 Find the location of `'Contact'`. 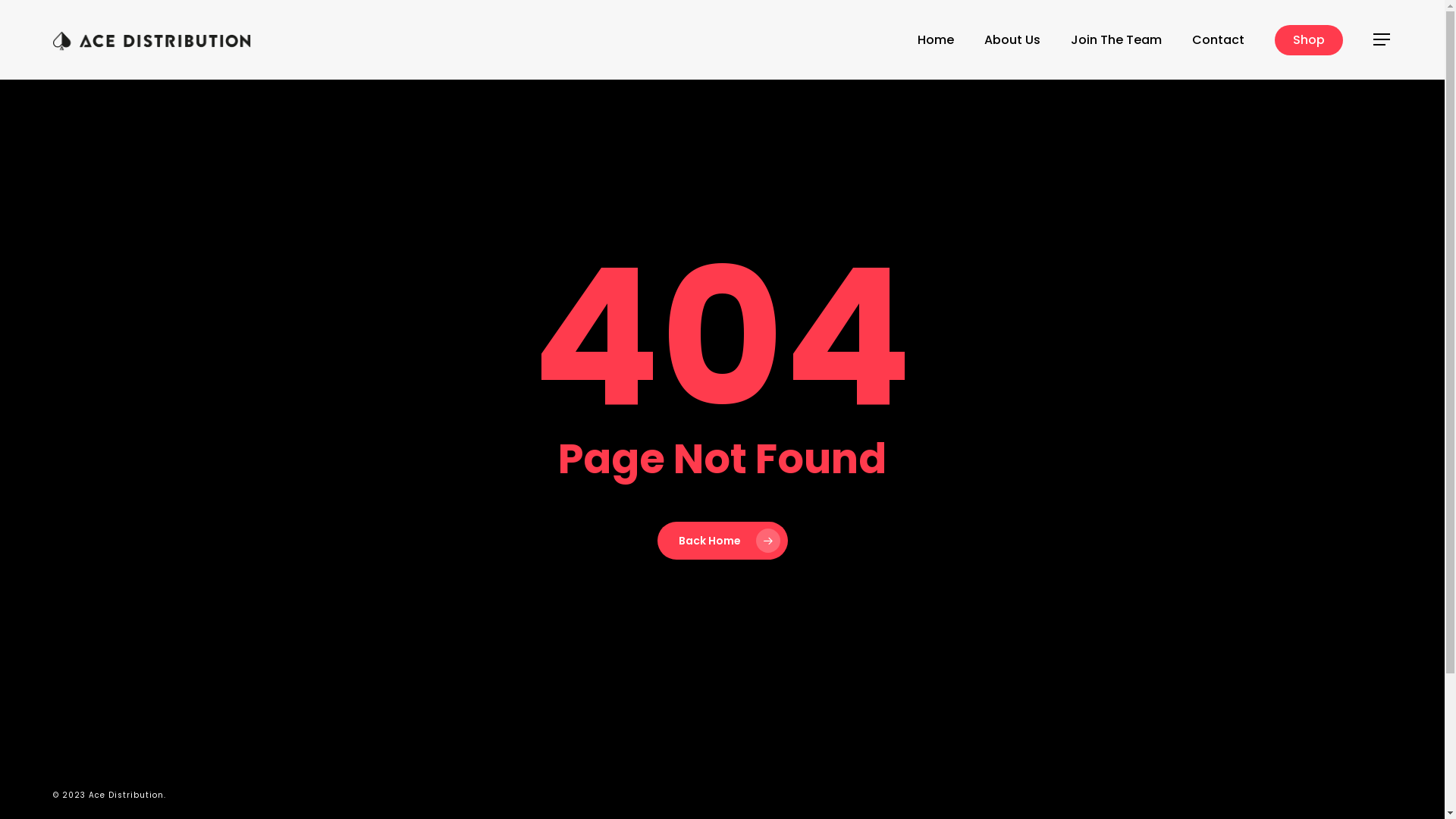

'Contact' is located at coordinates (1218, 38).